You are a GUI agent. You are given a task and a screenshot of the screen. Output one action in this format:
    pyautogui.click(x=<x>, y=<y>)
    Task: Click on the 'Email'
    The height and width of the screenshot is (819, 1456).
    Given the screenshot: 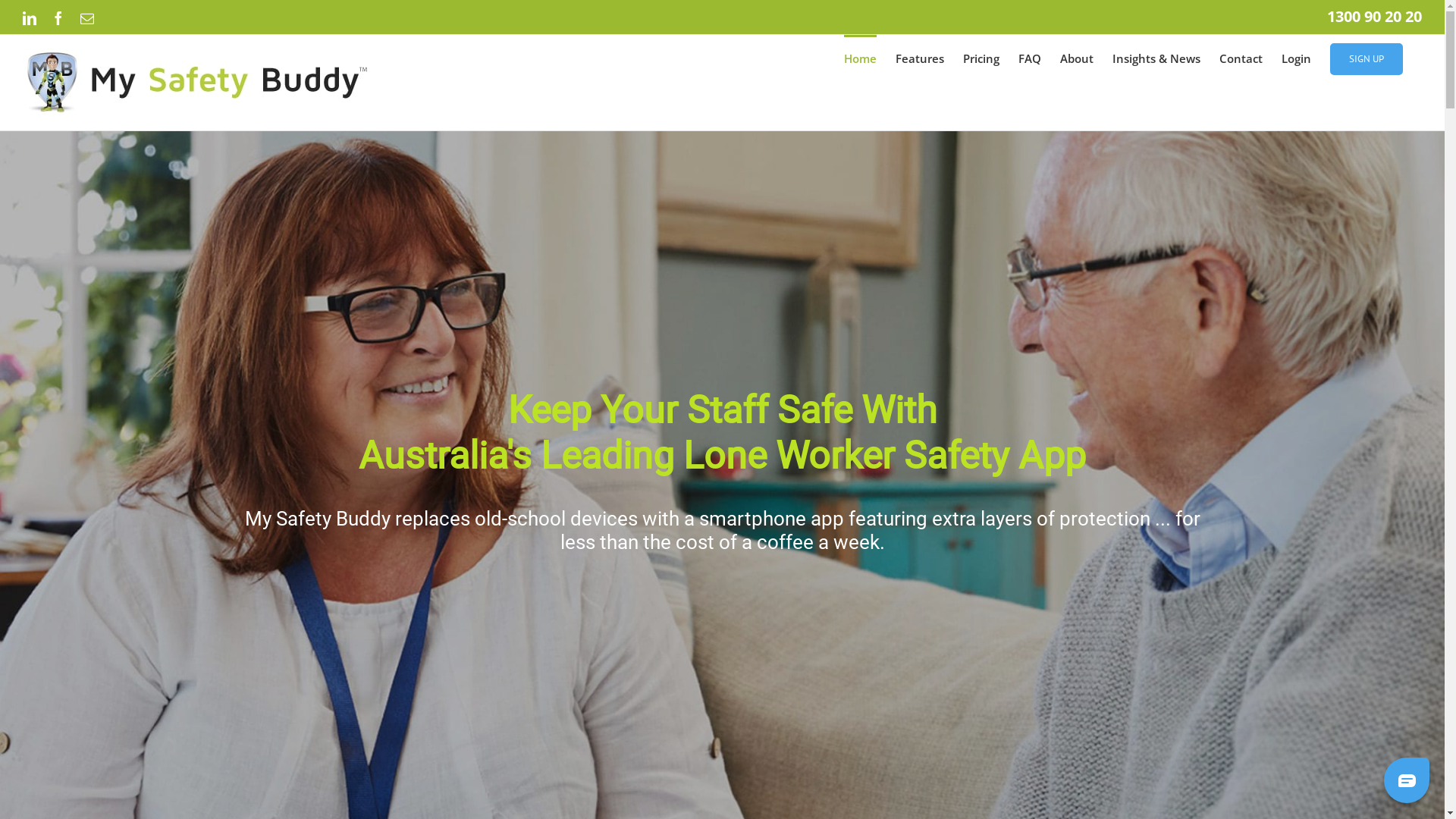 What is the action you would take?
    pyautogui.click(x=86, y=17)
    